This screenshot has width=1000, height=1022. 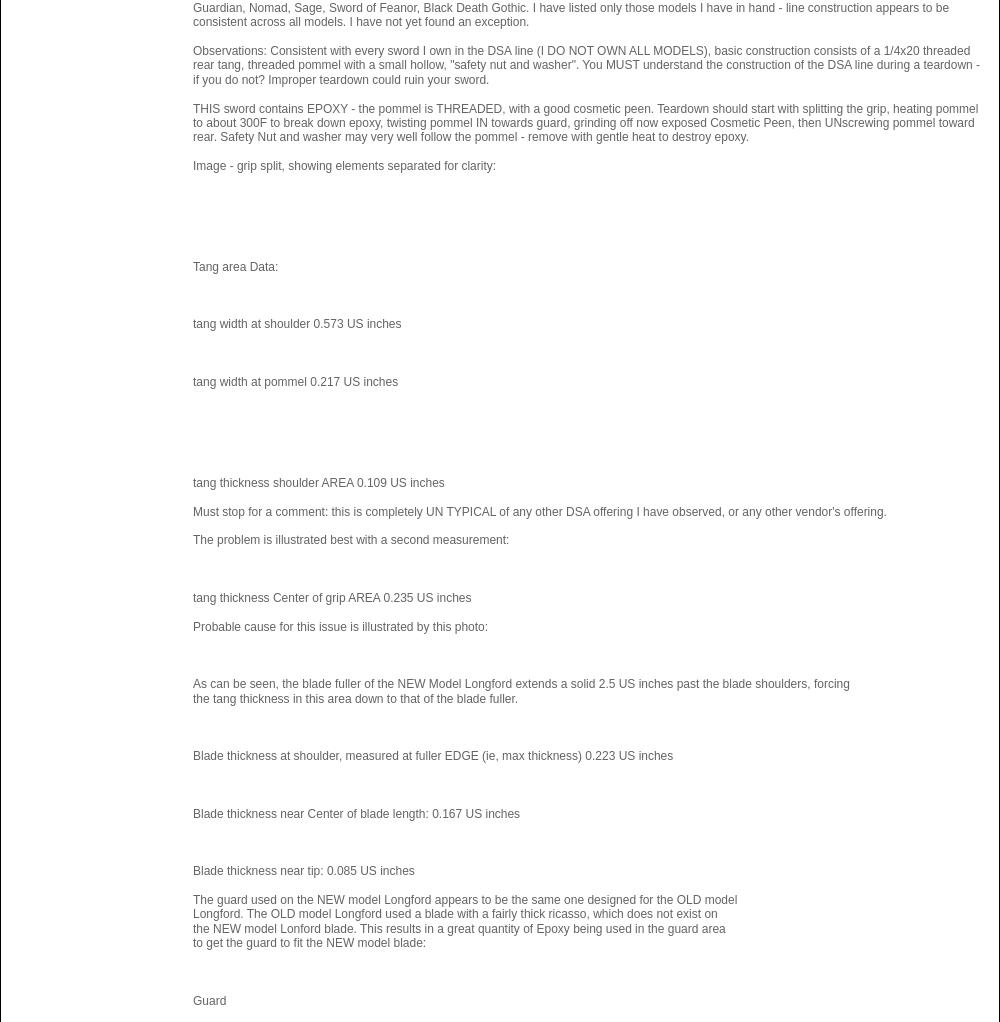 What do you see at coordinates (208, 1000) in the screenshot?
I see `'Guard'` at bounding box center [208, 1000].